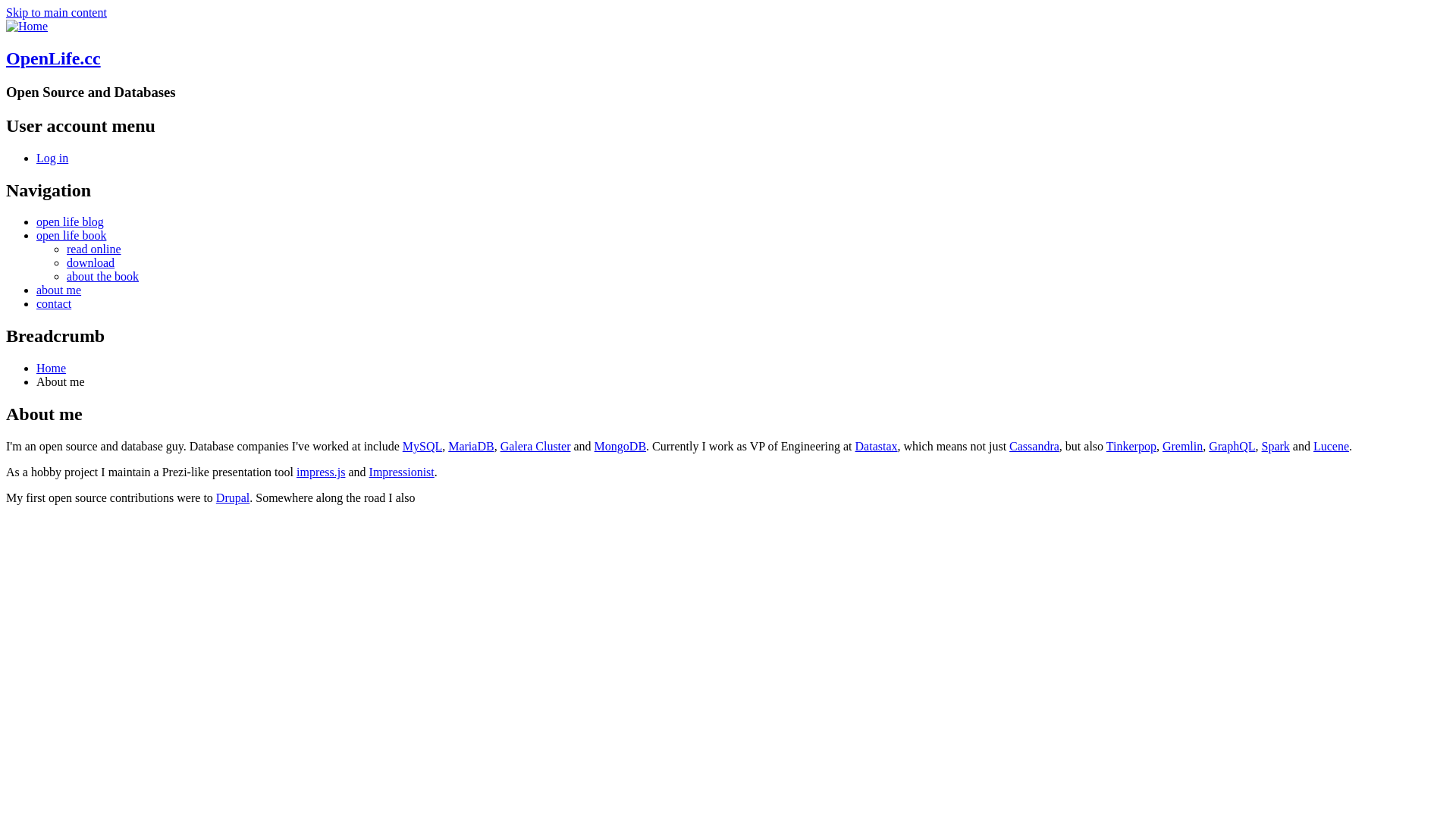 The image size is (1456, 819). Describe the element at coordinates (27, 26) in the screenshot. I see `'Home'` at that location.